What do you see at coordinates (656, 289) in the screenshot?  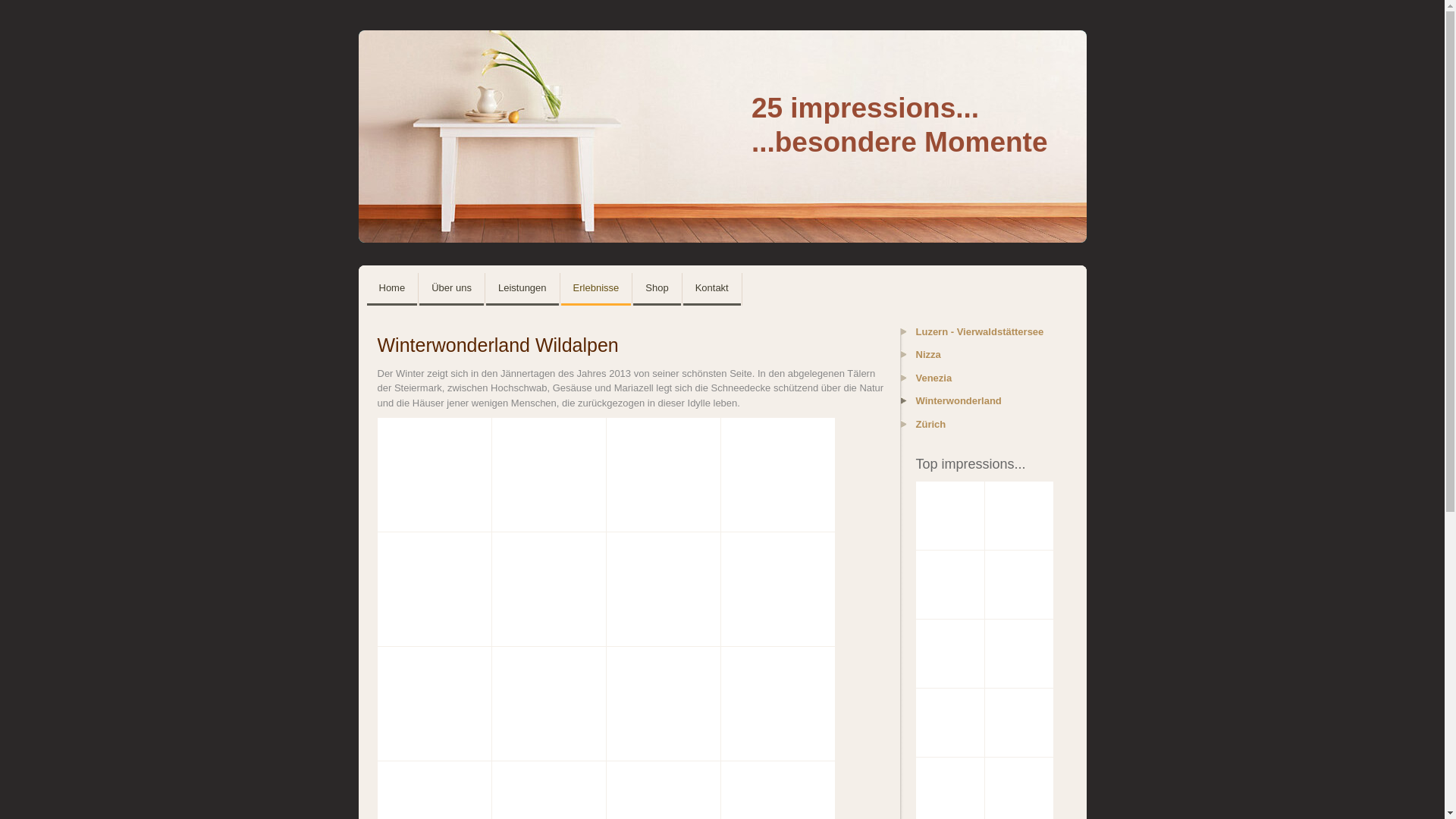 I see `'Shop'` at bounding box center [656, 289].